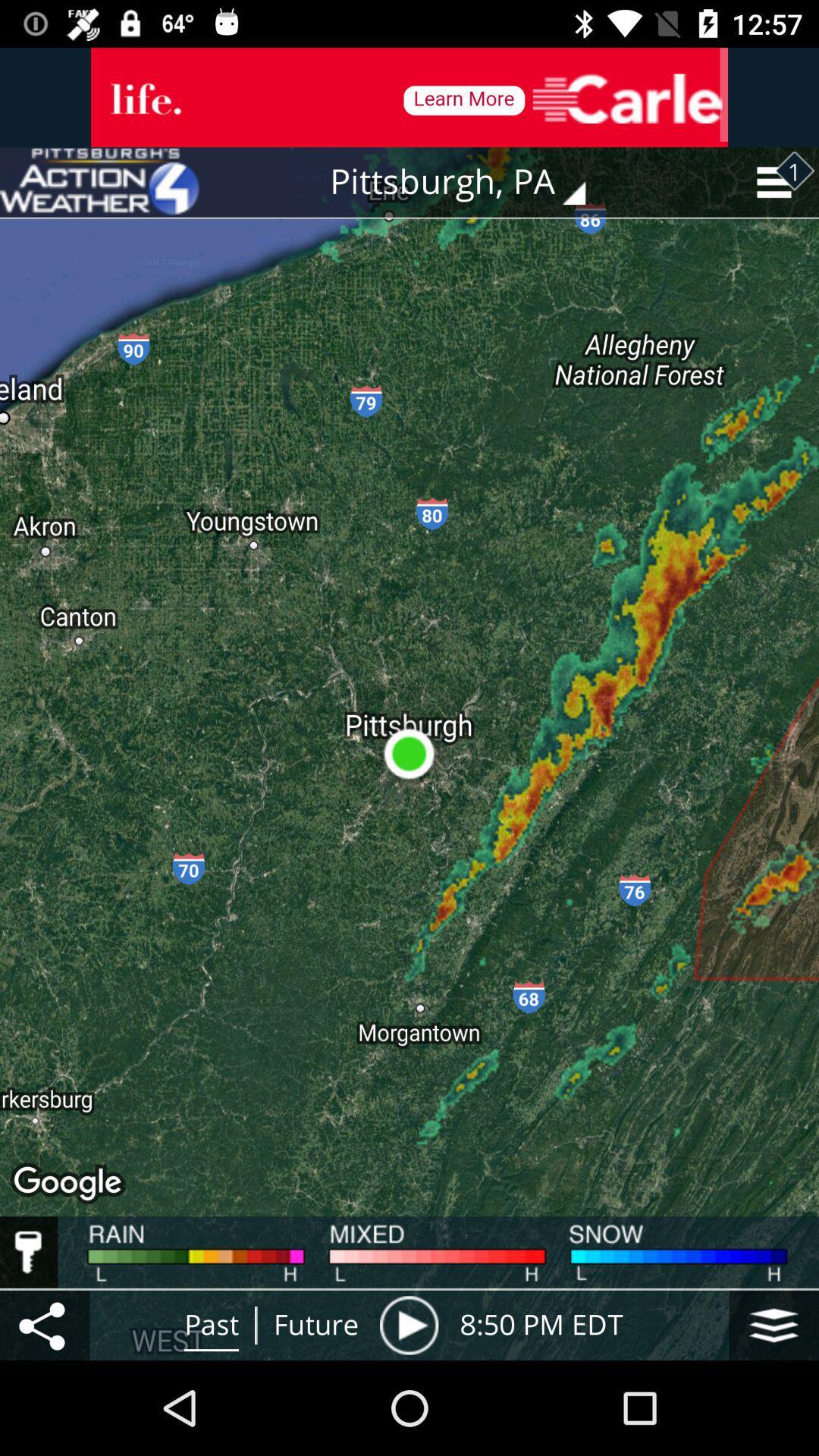 The image size is (819, 1456). I want to click on icon next to 8 50 pm item, so click(408, 1324).